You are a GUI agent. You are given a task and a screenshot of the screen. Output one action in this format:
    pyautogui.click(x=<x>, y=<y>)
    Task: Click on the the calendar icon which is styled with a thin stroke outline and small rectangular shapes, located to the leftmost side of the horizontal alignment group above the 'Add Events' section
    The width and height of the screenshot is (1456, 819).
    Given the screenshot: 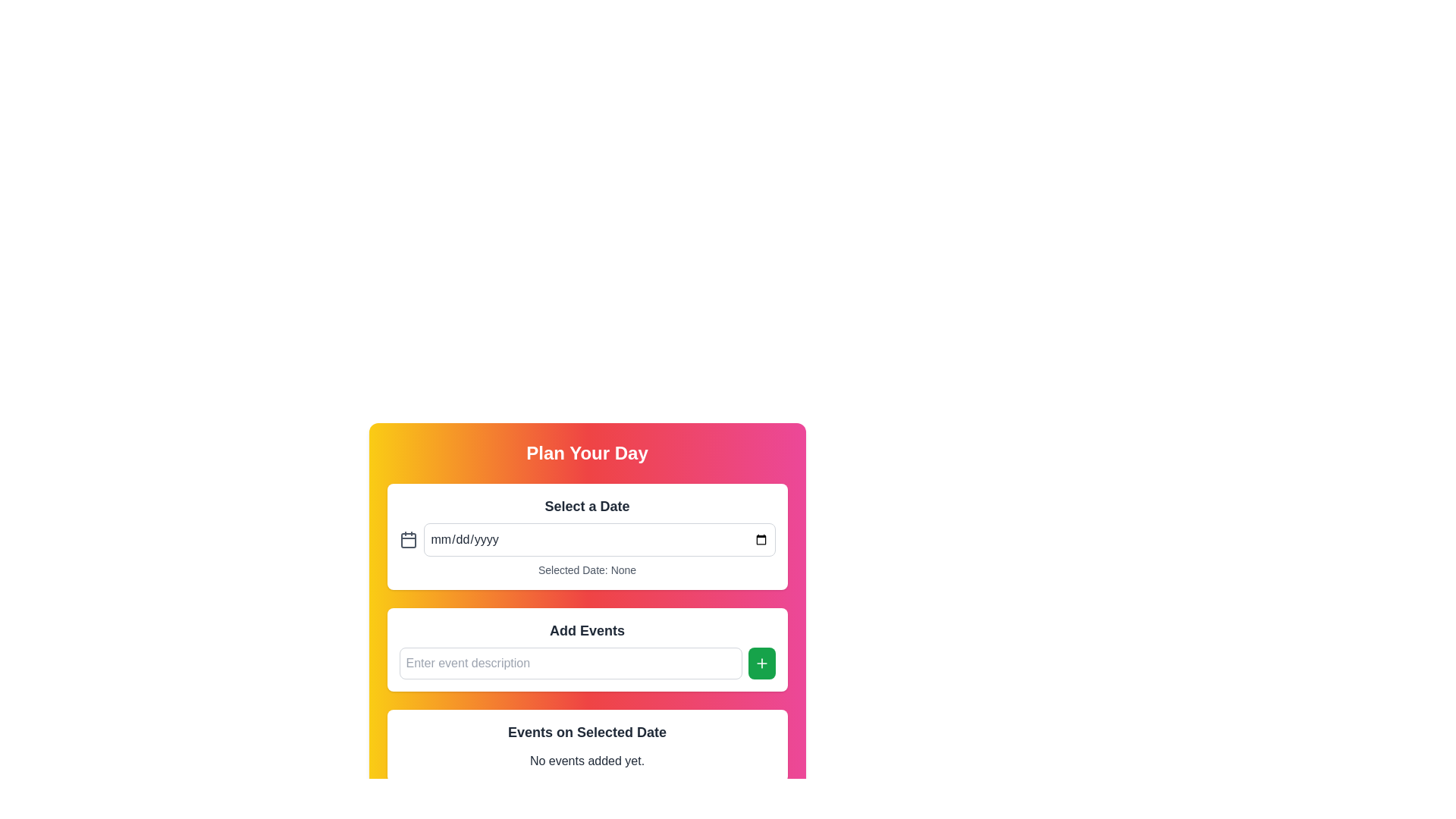 What is the action you would take?
    pyautogui.click(x=408, y=539)
    